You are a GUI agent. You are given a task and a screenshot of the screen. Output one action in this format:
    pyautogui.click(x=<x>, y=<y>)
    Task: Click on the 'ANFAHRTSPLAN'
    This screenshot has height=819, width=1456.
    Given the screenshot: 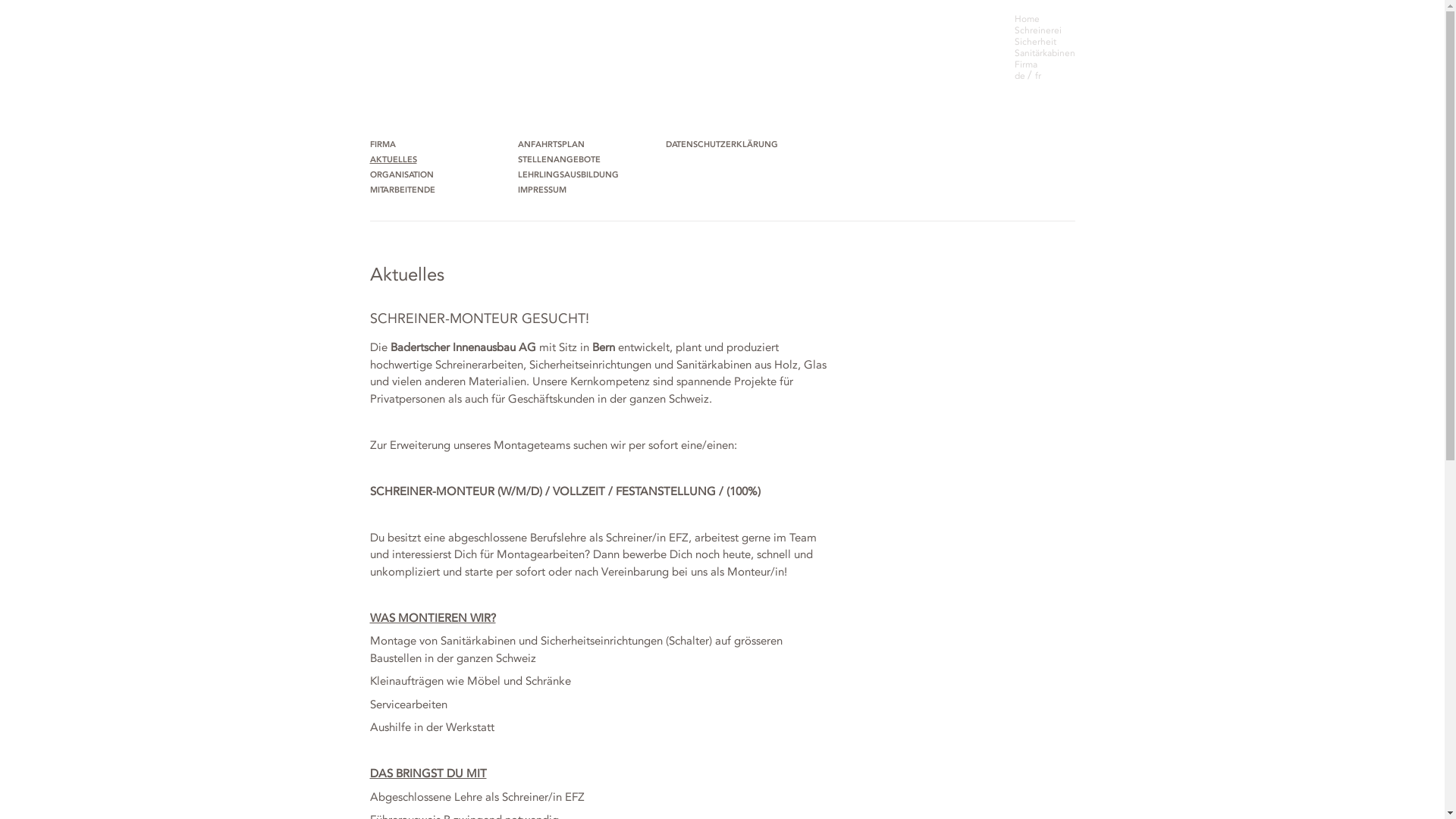 What is the action you would take?
    pyautogui.click(x=550, y=145)
    